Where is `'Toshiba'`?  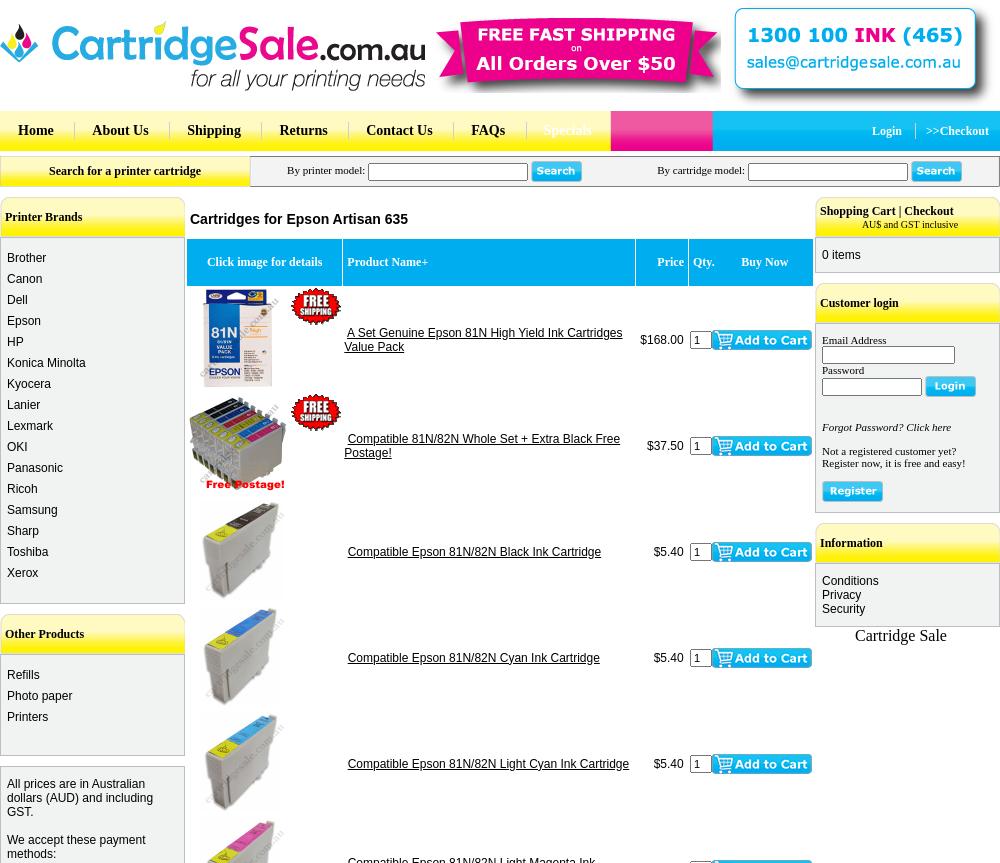
'Toshiba' is located at coordinates (27, 551).